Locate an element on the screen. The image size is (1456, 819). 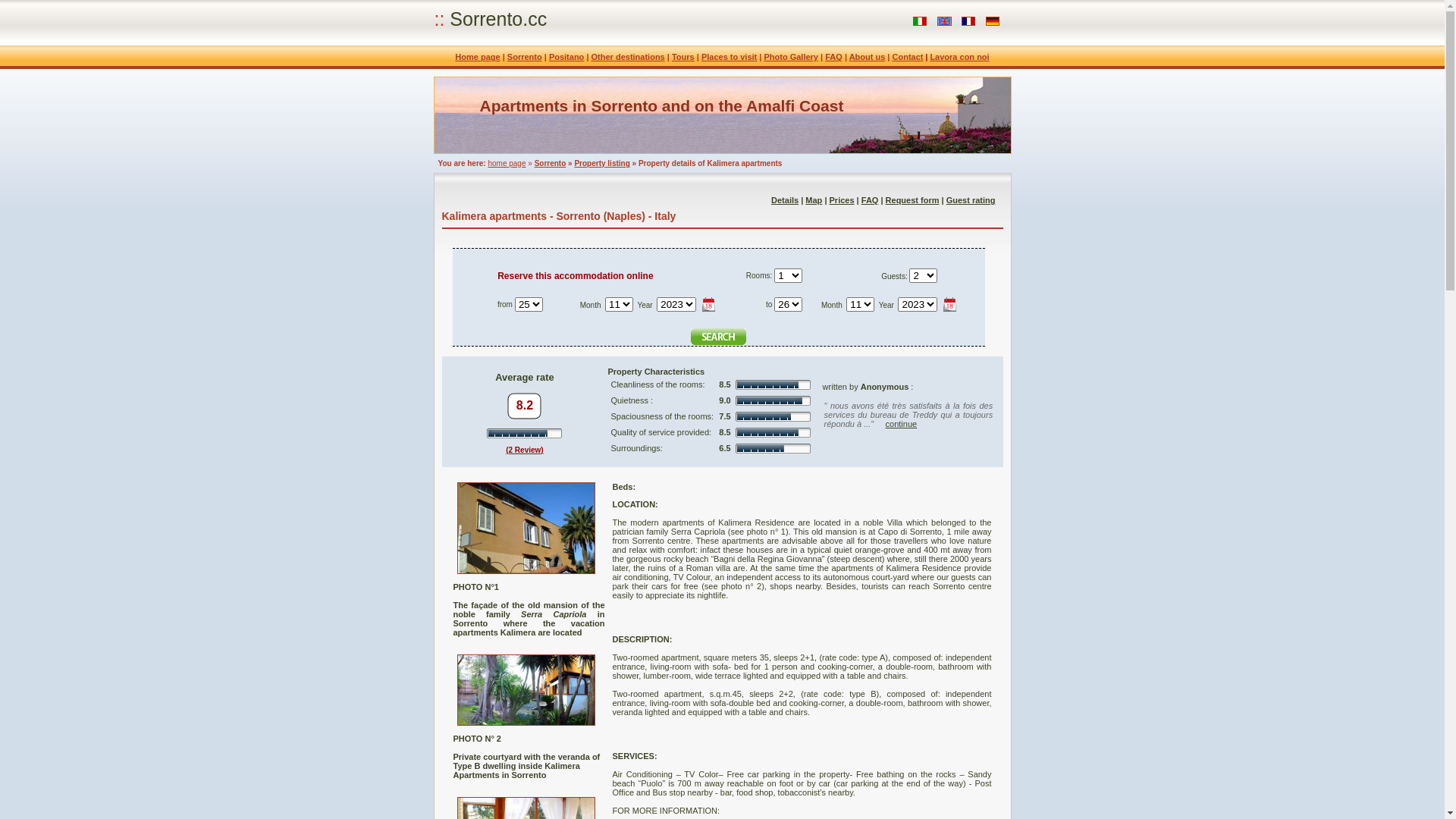
'Guest rating' is located at coordinates (971, 199).